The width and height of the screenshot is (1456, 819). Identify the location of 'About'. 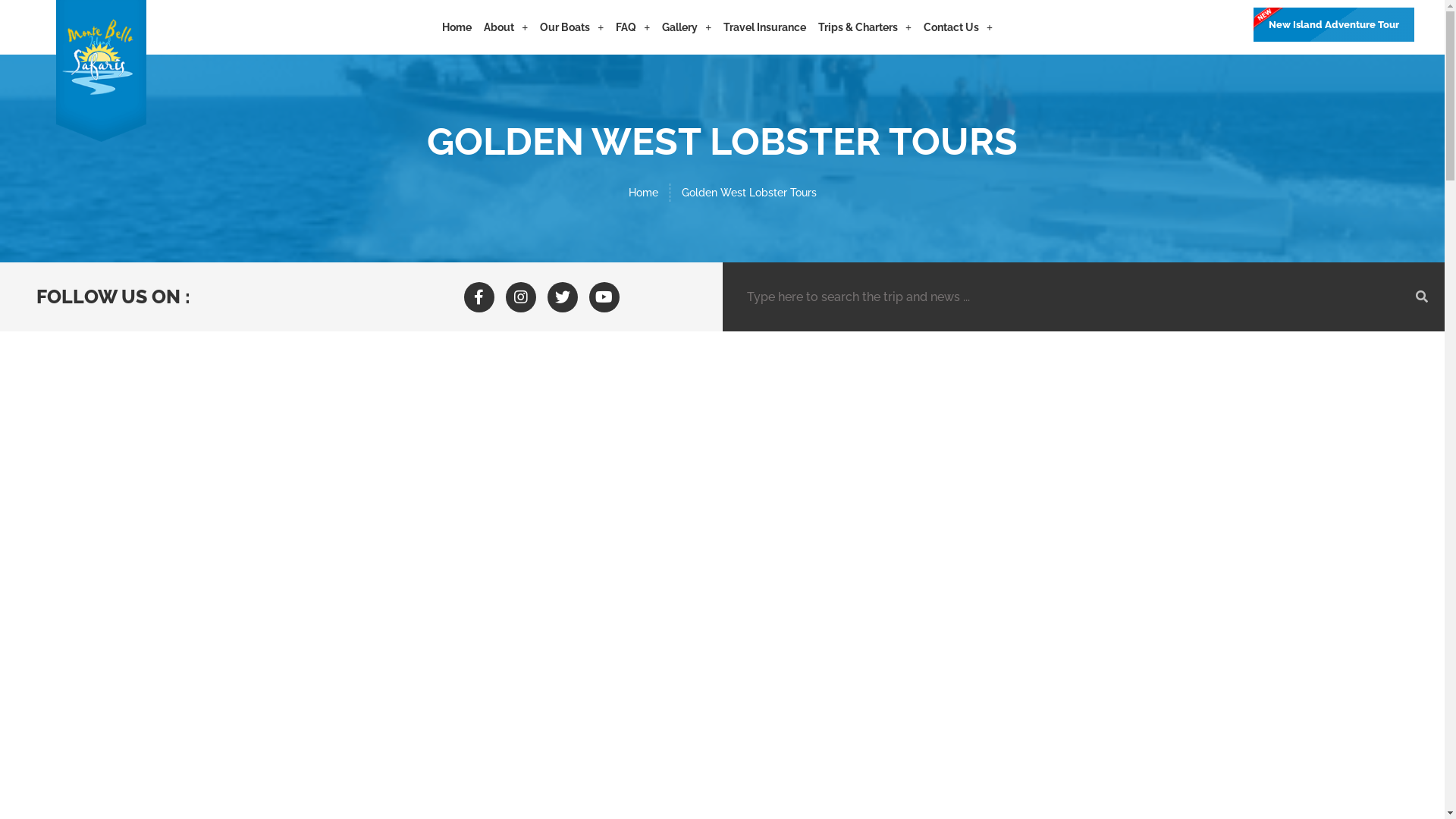
(506, 27).